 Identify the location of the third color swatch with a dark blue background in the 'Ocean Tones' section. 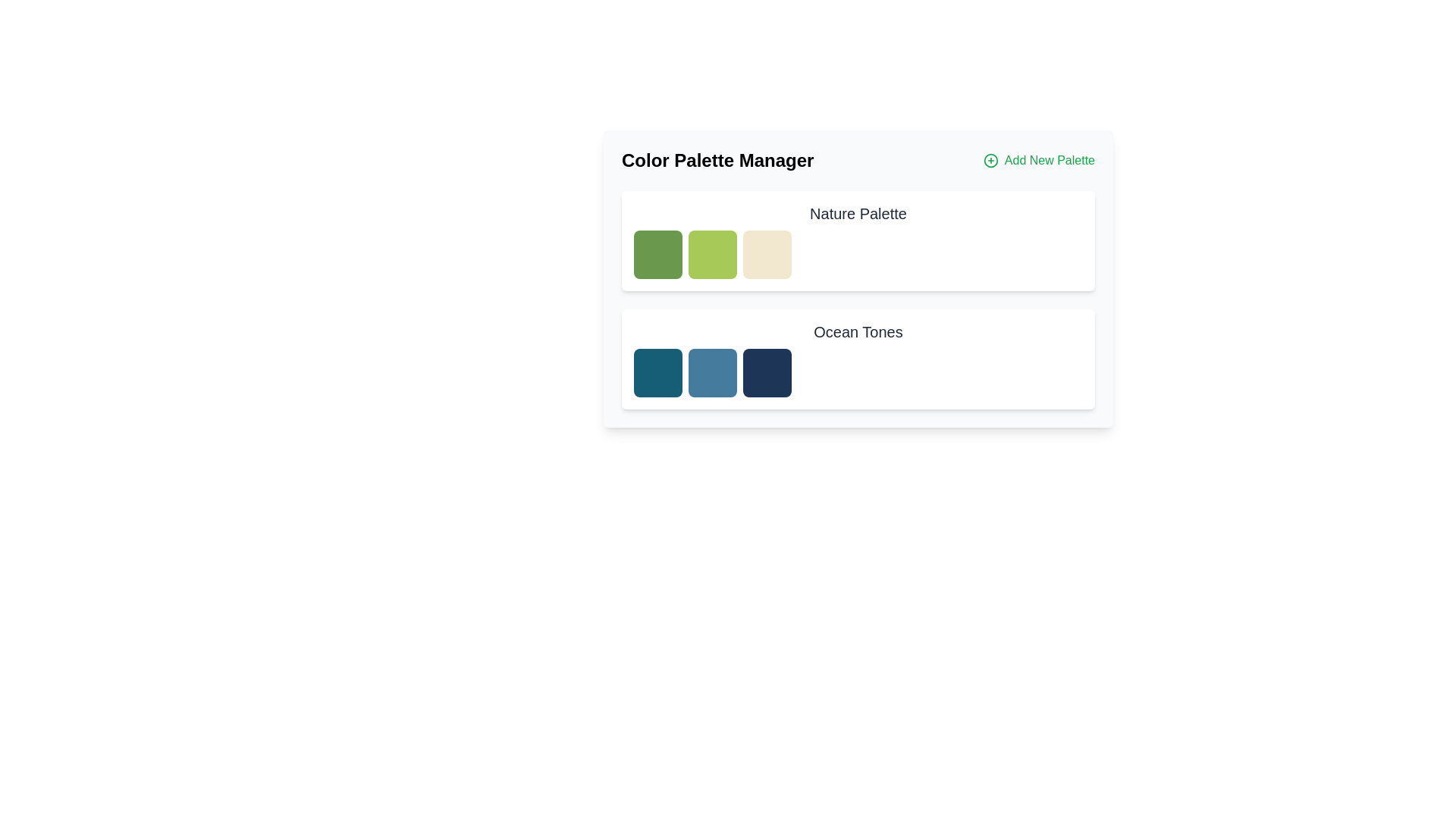
(767, 373).